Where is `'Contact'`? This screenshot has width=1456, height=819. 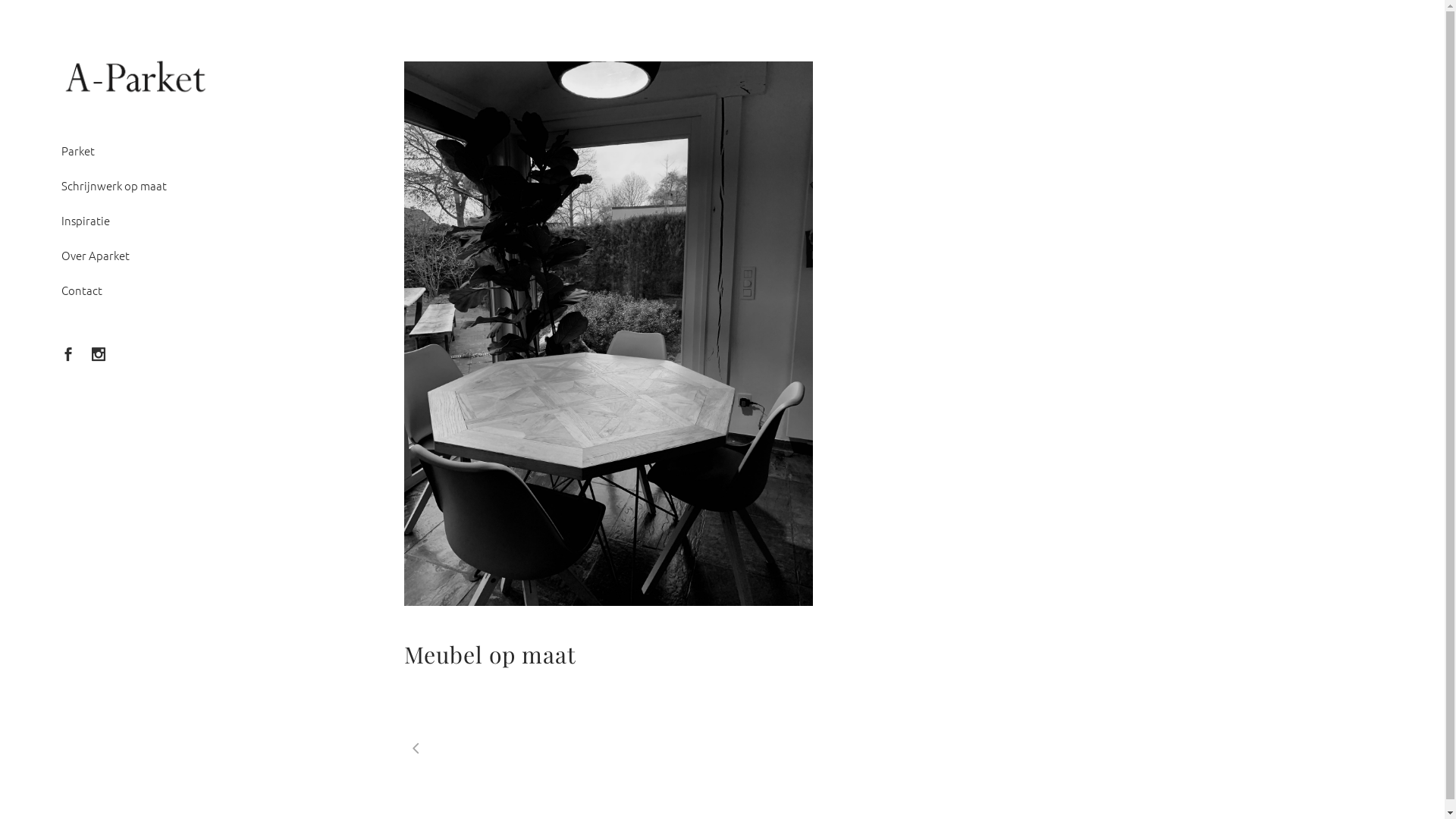 'Contact' is located at coordinates (61, 290).